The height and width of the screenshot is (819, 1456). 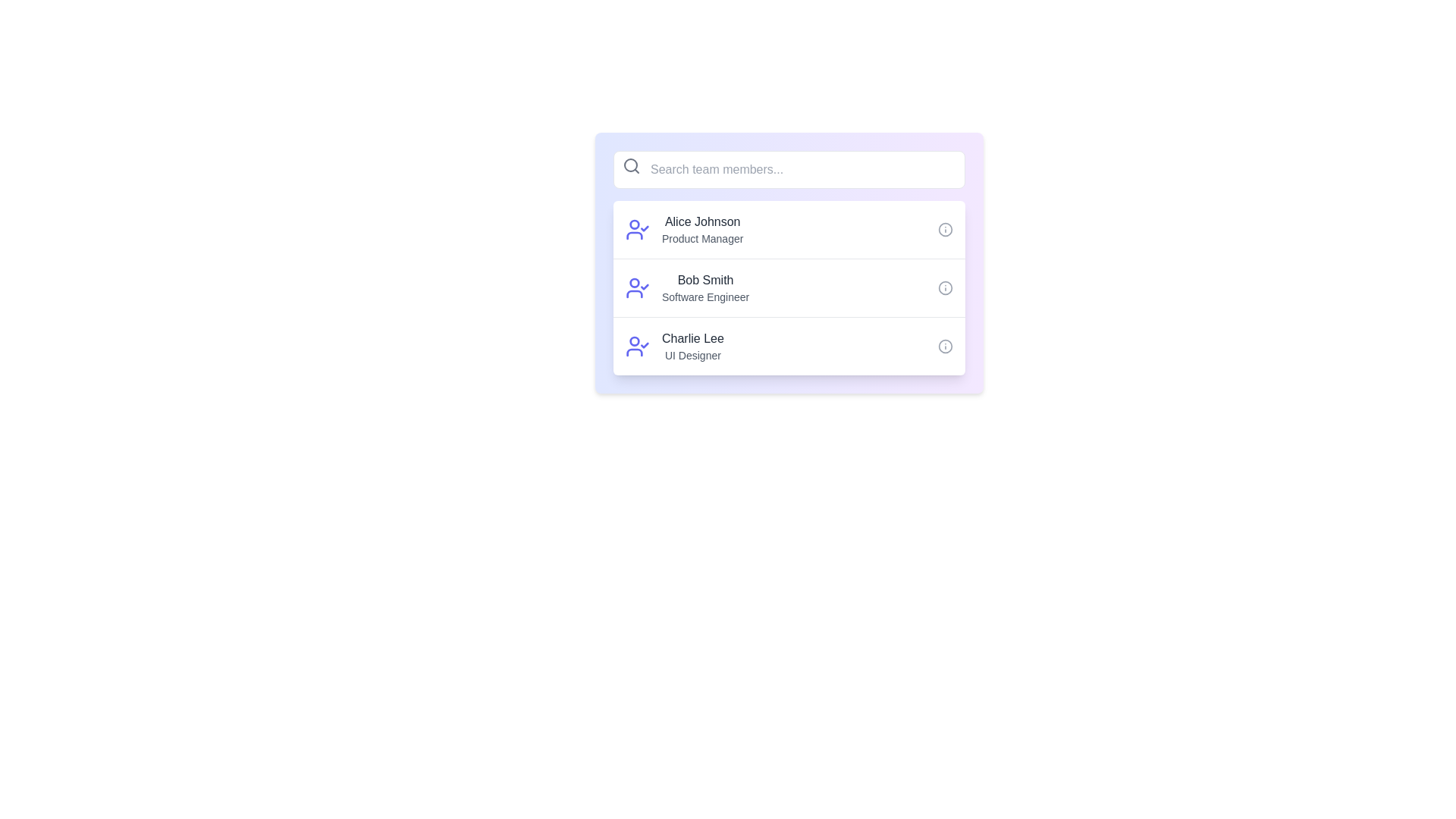 What do you see at coordinates (945, 346) in the screenshot?
I see `the icon located next to 'Charlie Lee' in the user profiles list at the bottommost entry` at bounding box center [945, 346].